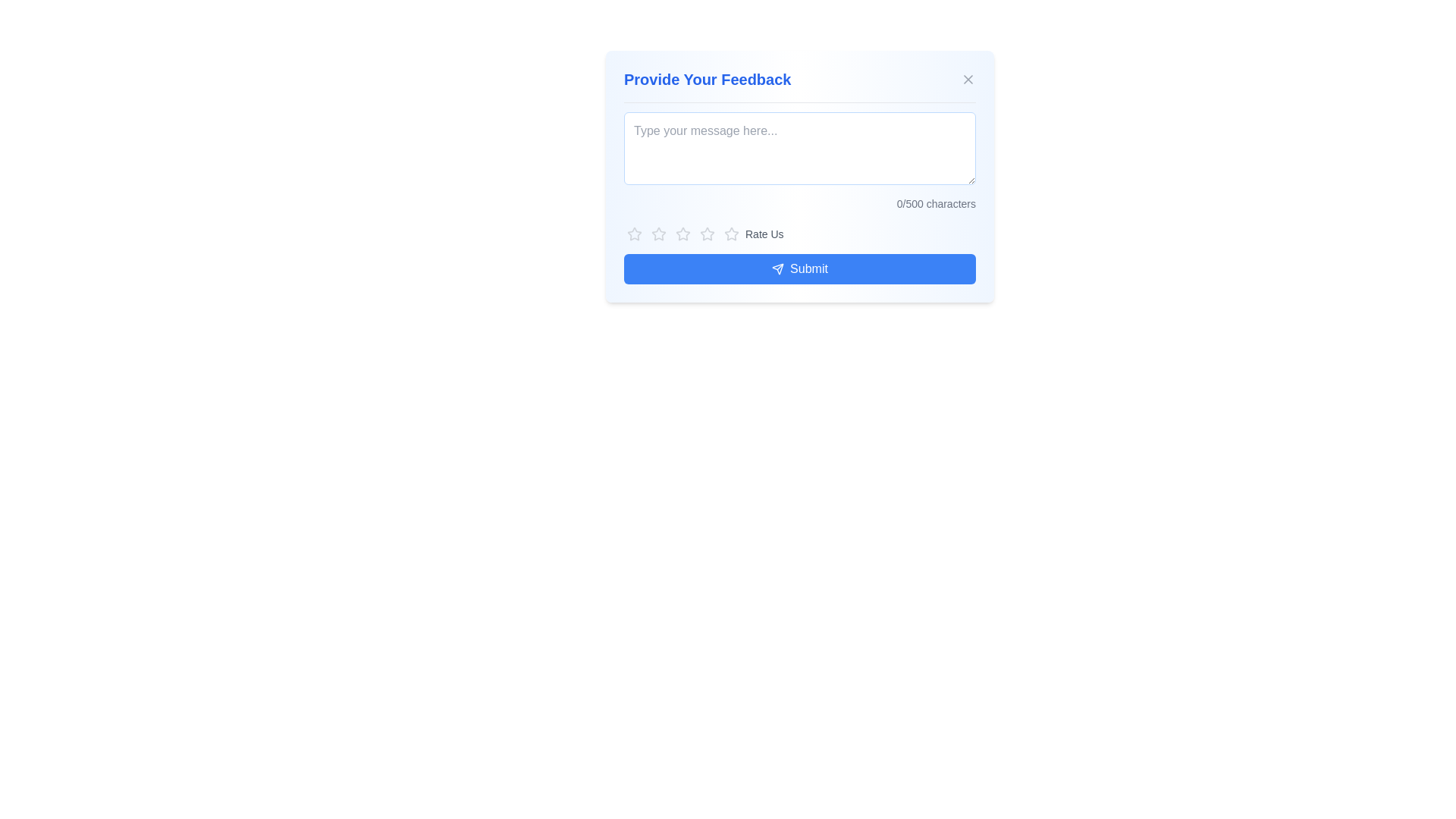  Describe the element at coordinates (967, 79) in the screenshot. I see `the small gray 'X' button in the upper-right corner of the feedback form header` at that location.